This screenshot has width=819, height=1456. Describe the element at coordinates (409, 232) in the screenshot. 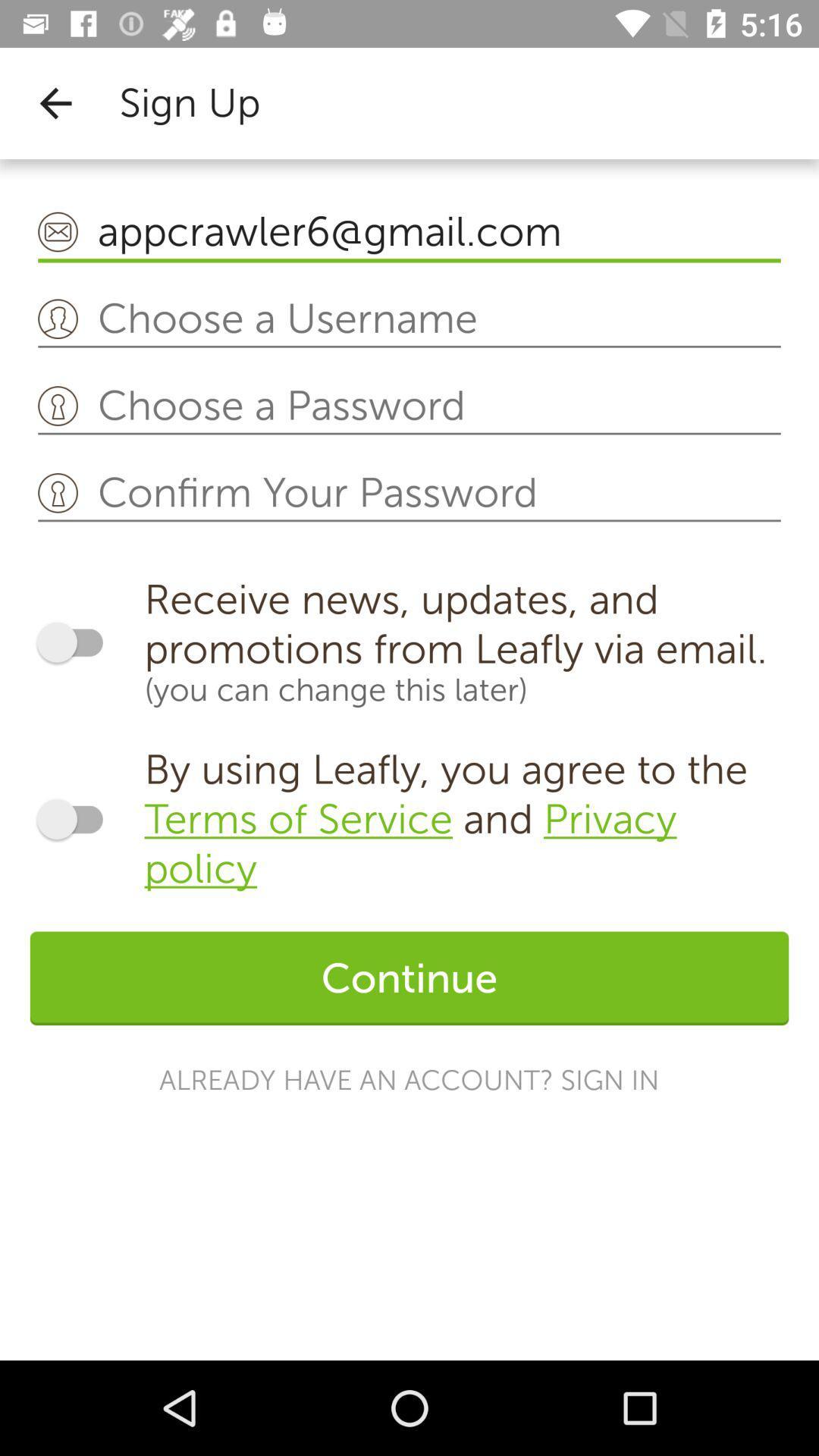

I see `appcrawler6@gmail.com item` at that location.